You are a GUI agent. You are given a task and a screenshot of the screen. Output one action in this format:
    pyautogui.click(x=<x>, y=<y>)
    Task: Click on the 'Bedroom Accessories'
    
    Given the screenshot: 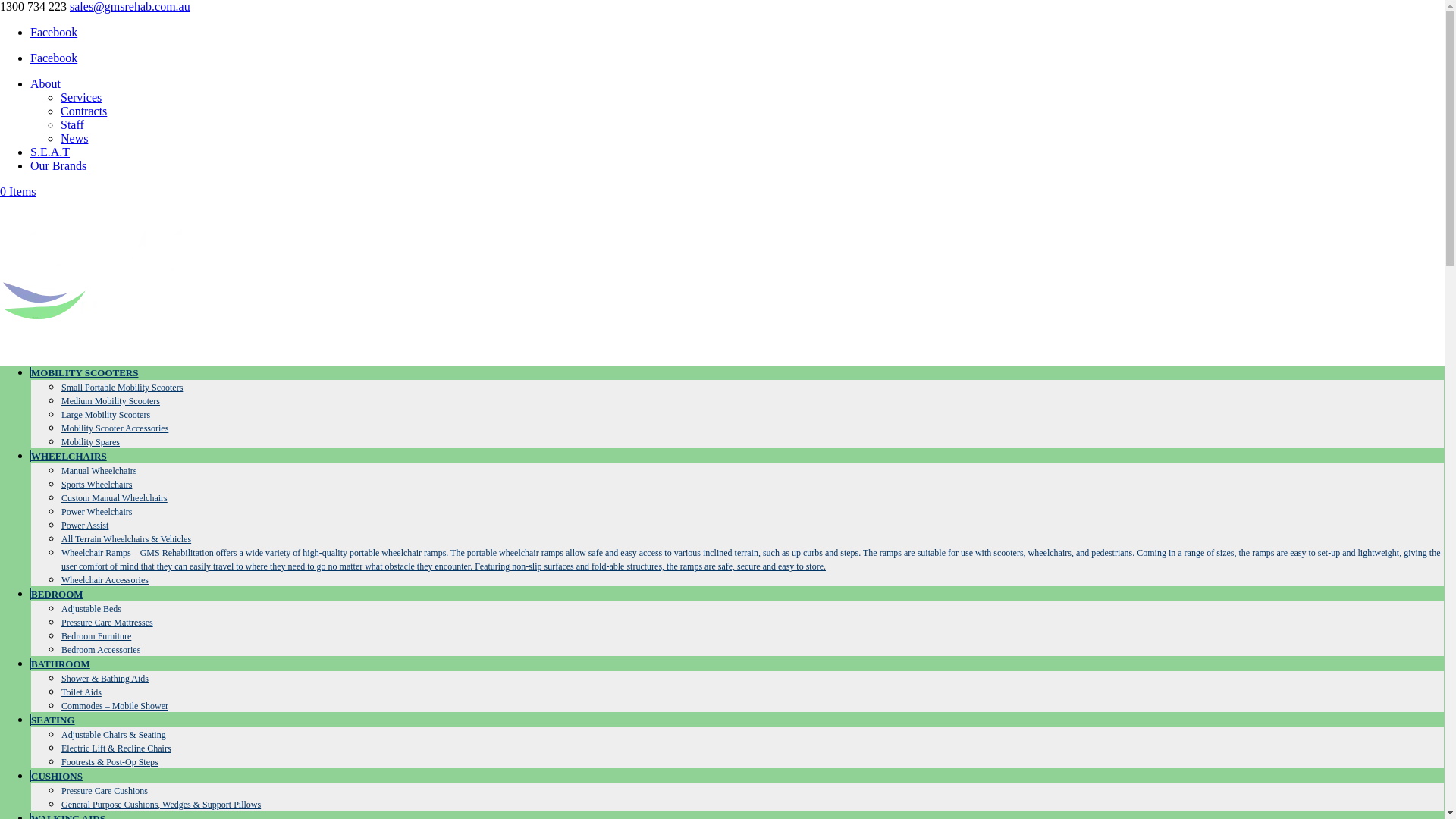 What is the action you would take?
    pyautogui.click(x=100, y=648)
    